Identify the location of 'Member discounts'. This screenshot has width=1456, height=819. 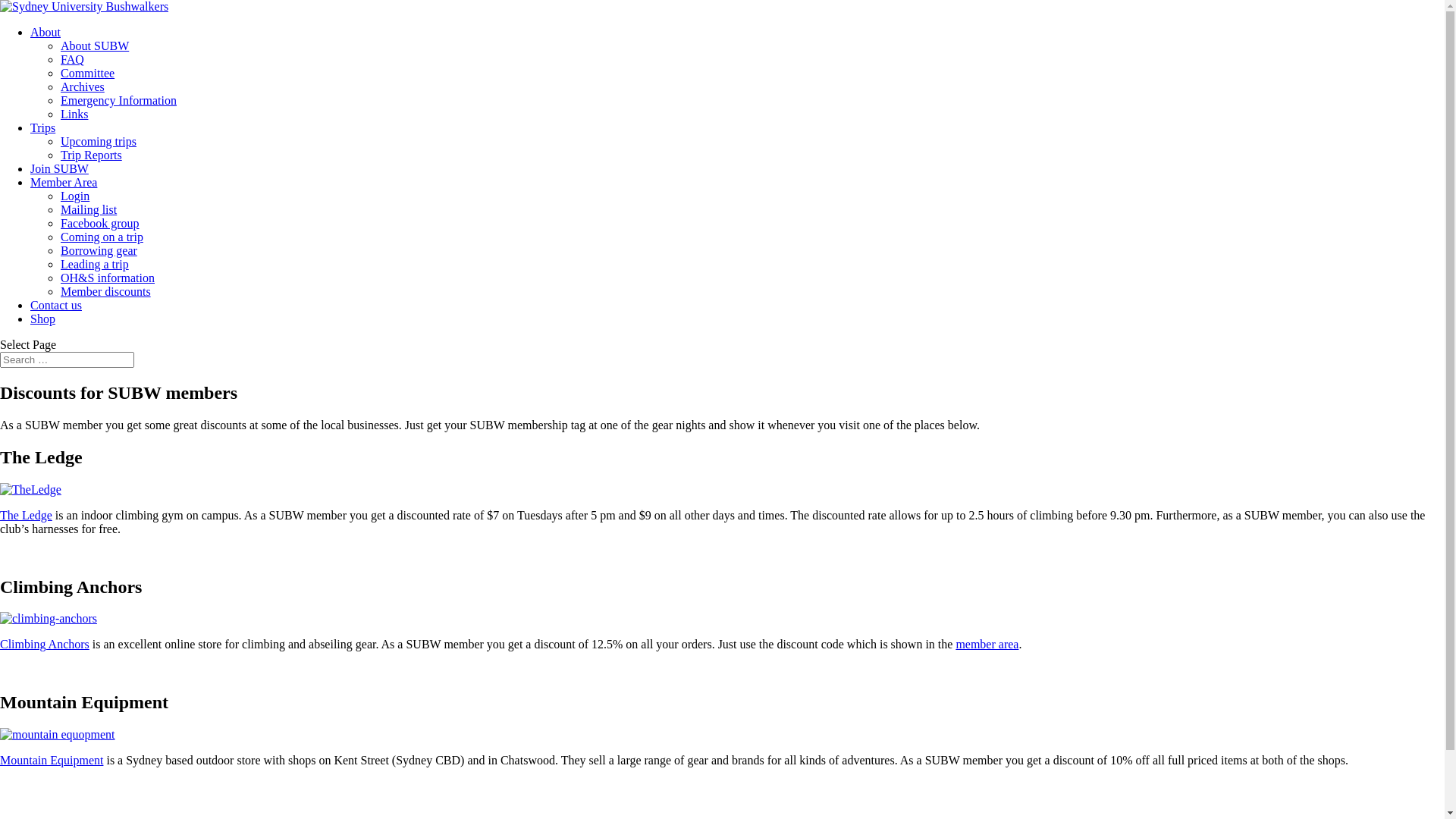
(105, 291).